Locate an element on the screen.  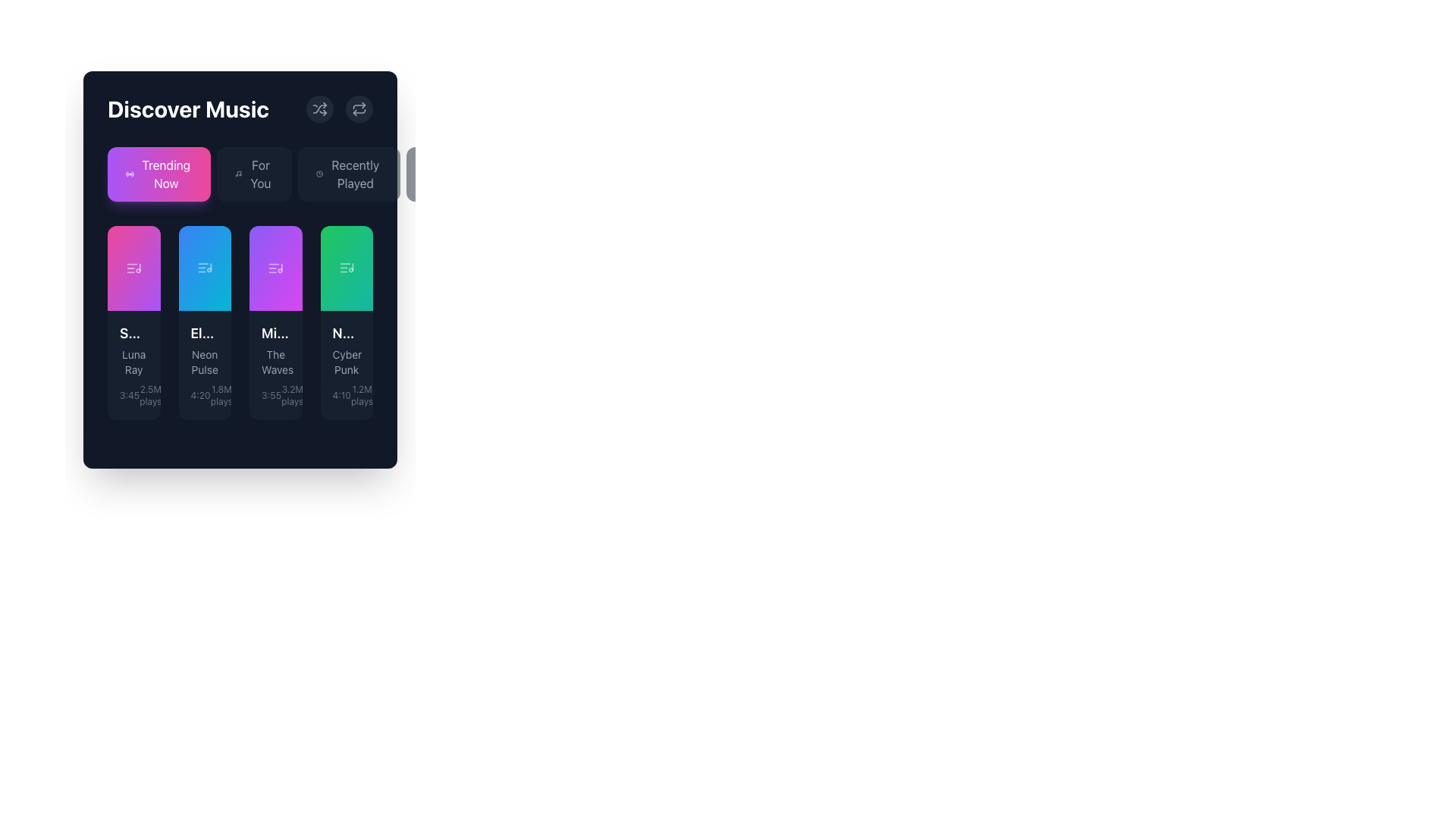
the first ListItem displaying detailed information about a music track in the 'Trending Now' section is located at coordinates (133, 366).